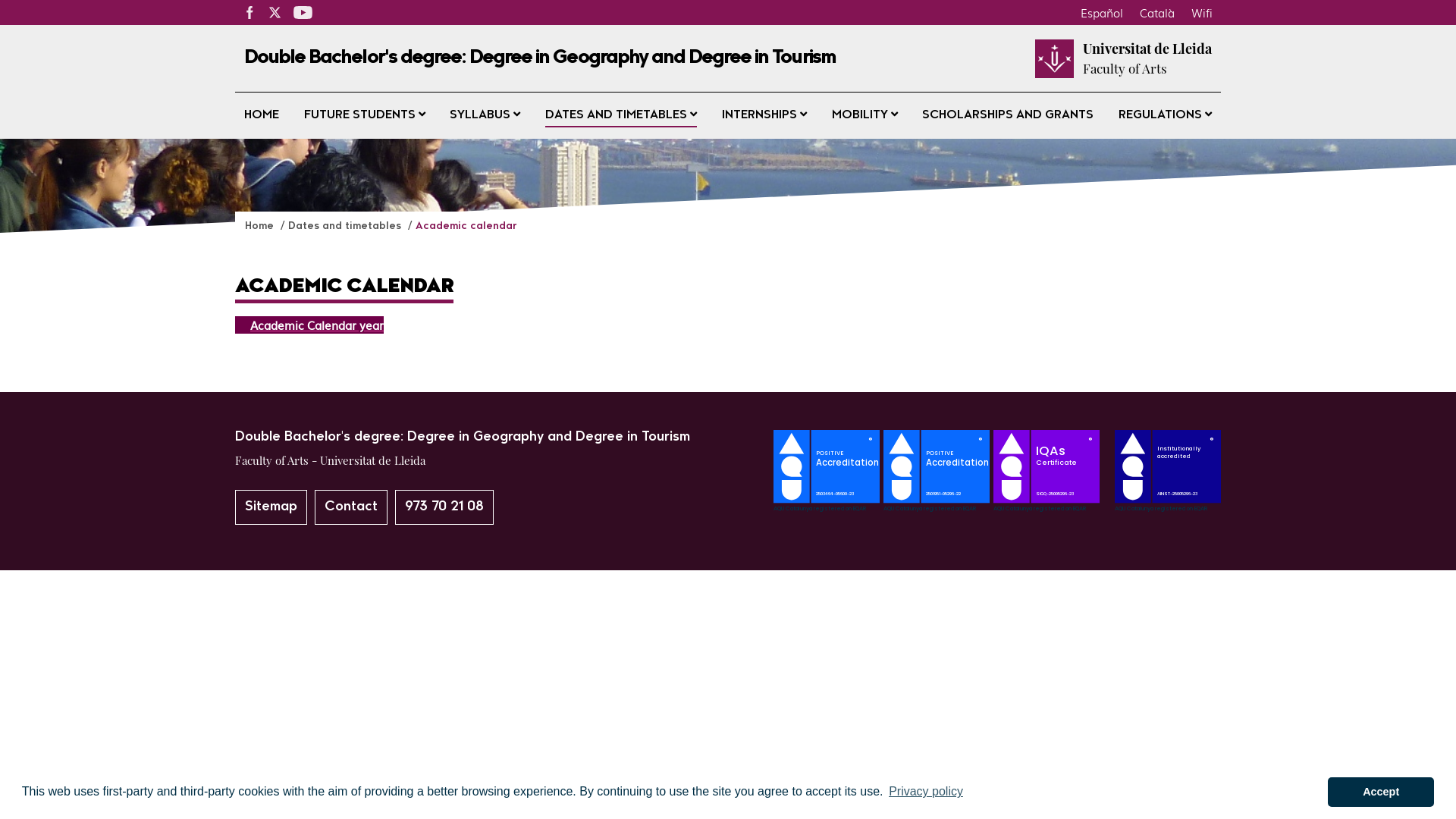 Image resolution: width=1456 pixels, height=819 pixels. Describe the element at coordinates (364, 115) in the screenshot. I see `'FUTURE STUDENTS'` at that location.